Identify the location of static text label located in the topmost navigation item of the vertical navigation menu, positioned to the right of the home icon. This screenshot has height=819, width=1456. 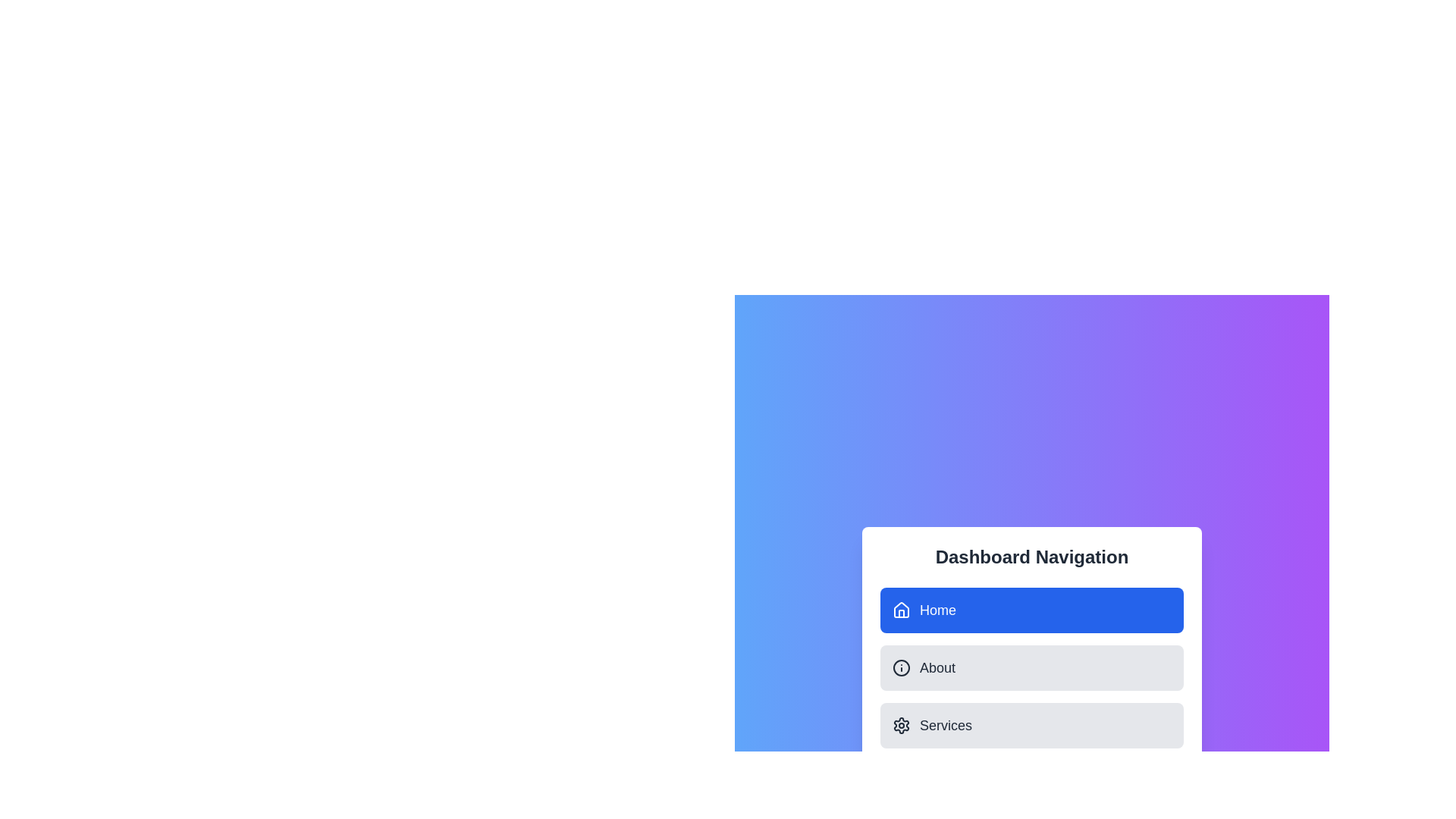
(937, 610).